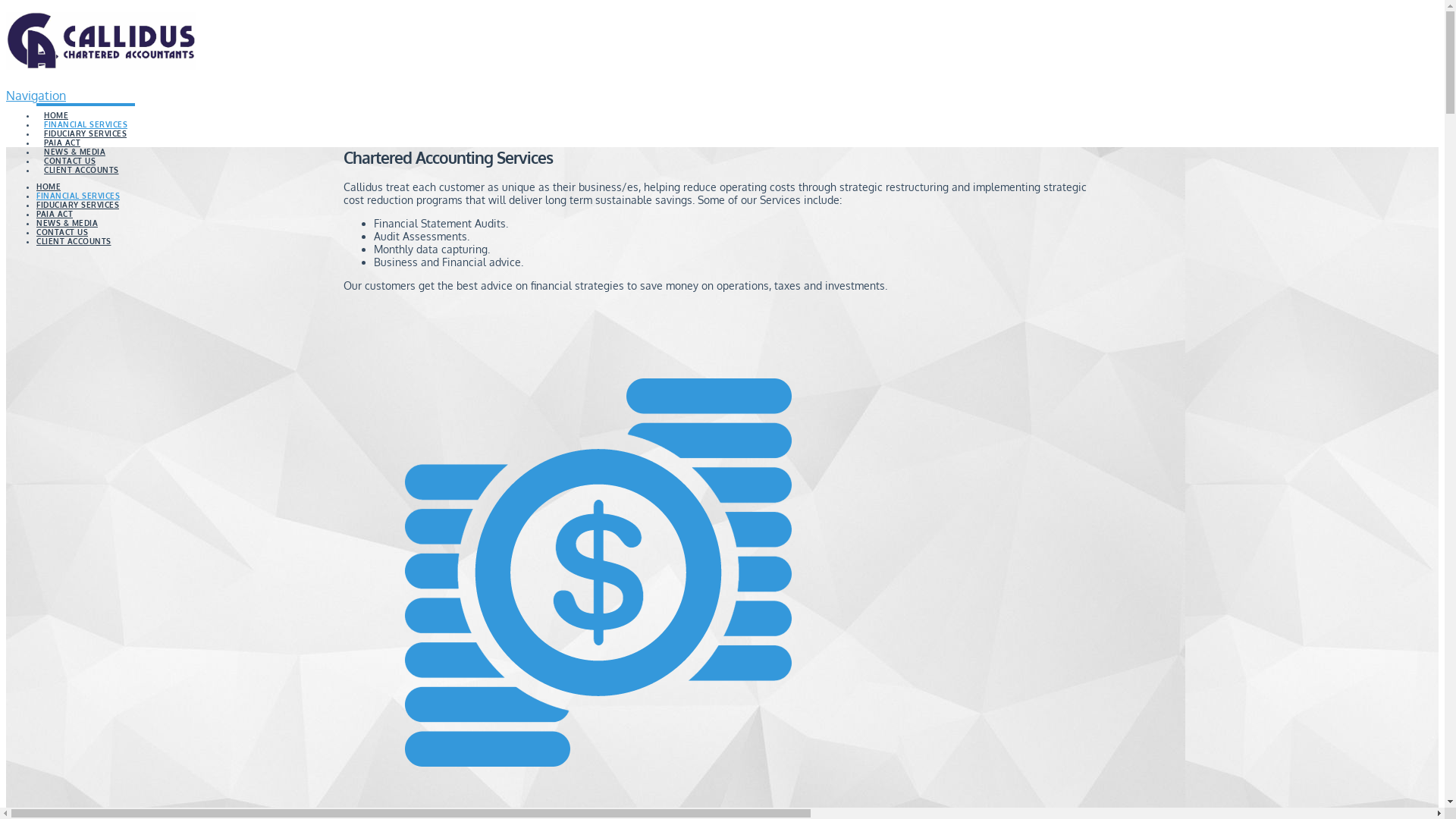  Describe the element at coordinates (77, 195) in the screenshot. I see `'FINANCIAL SERVICES'` at that location.